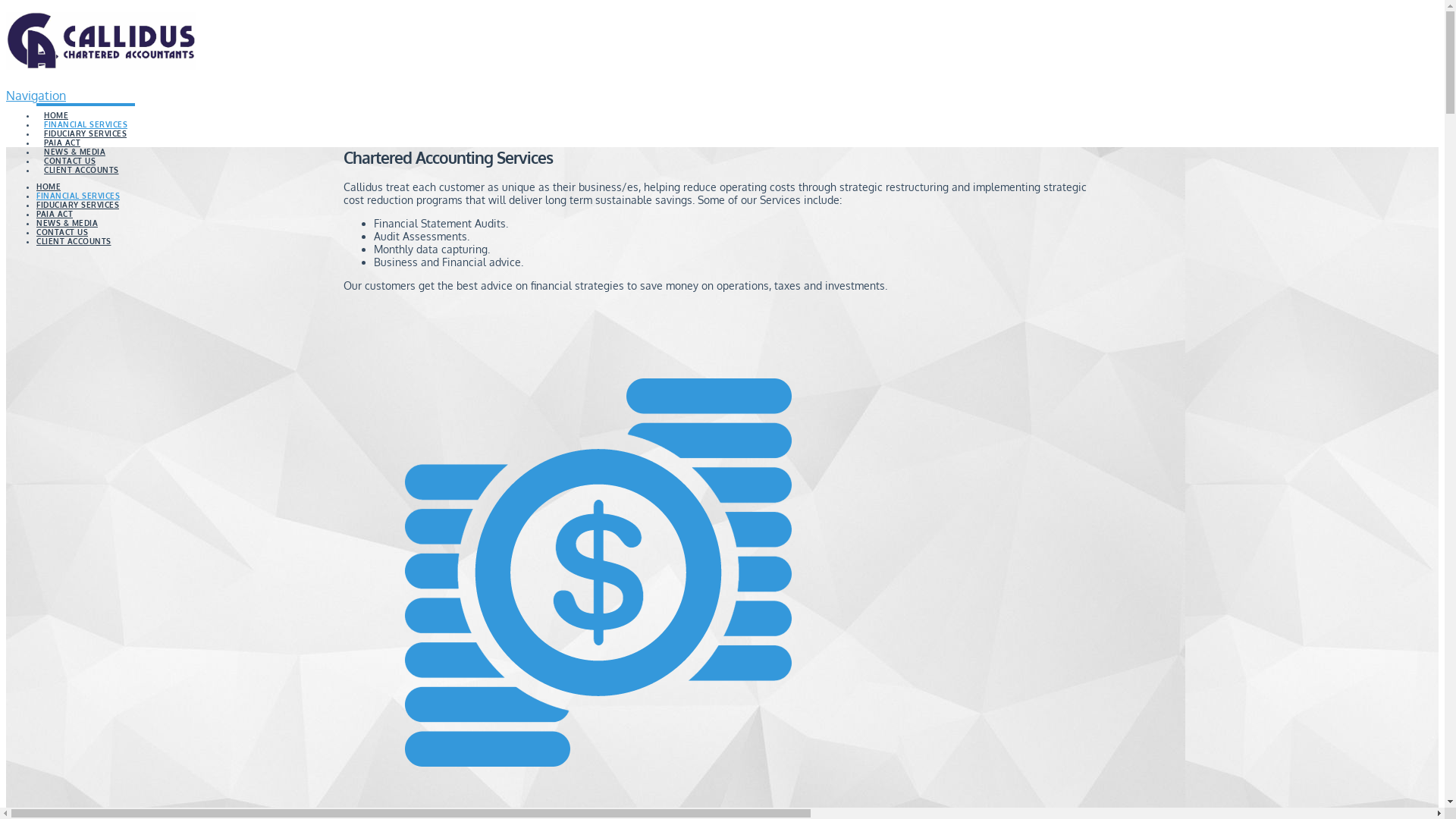  Describe the element at coordinates (77, 195) in the screenshot. I see `'FINANCIAL SERVICES'` at that location.